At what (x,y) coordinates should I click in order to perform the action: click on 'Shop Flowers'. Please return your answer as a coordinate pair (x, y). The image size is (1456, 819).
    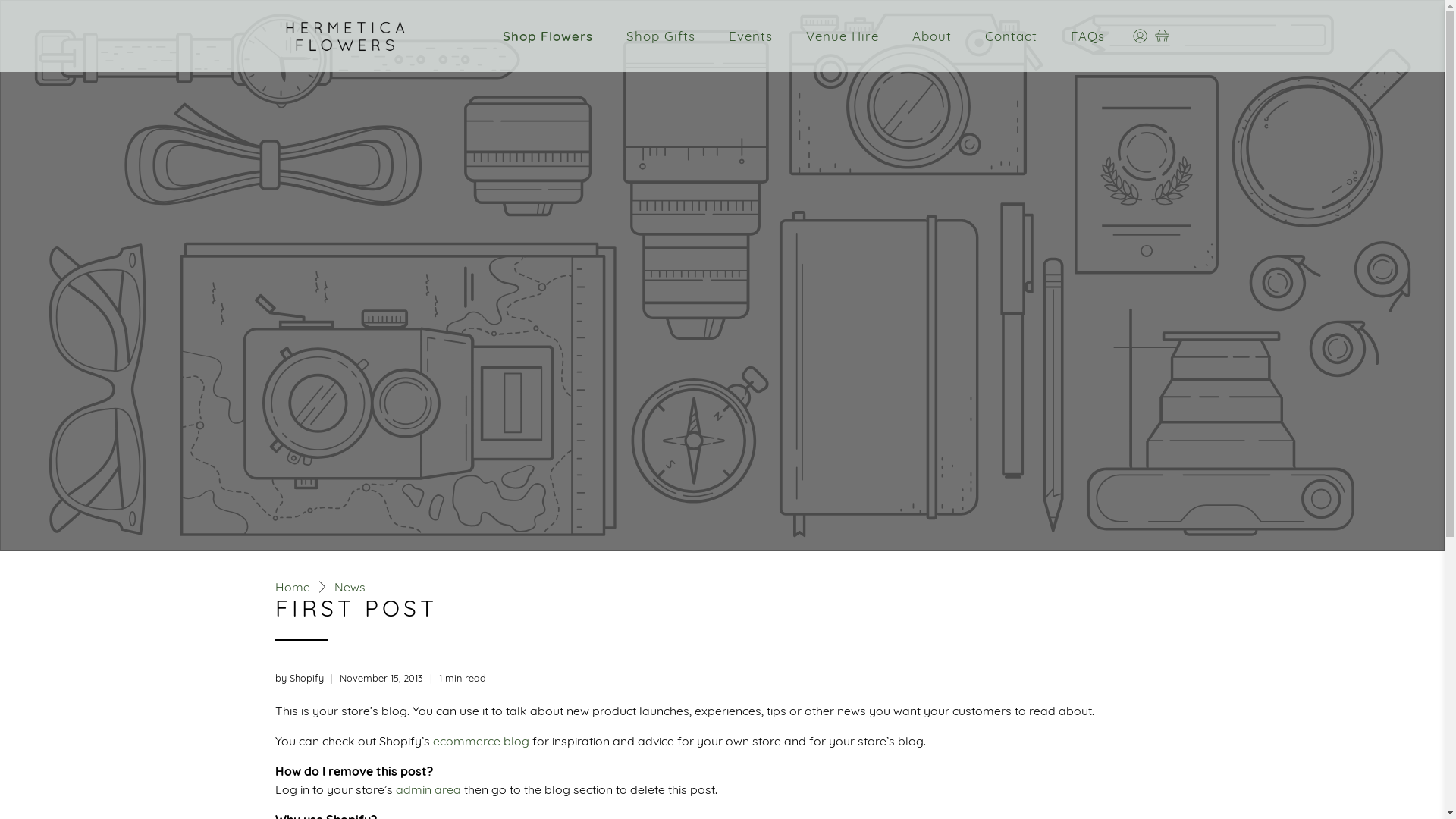
    Looking at the image, I should click on (547, 35).